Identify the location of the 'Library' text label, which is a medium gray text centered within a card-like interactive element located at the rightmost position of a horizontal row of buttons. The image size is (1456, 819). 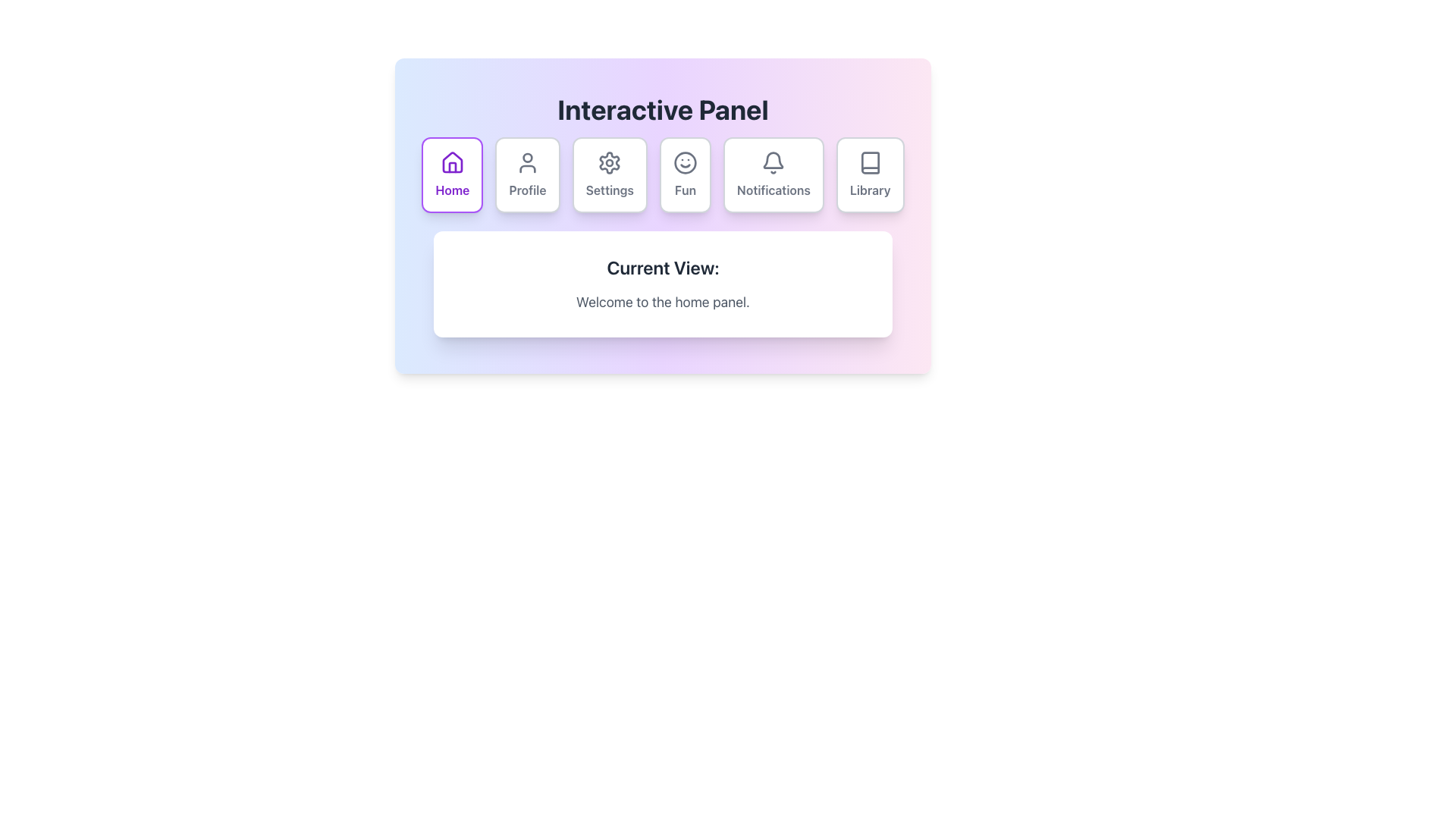
(870, 189).